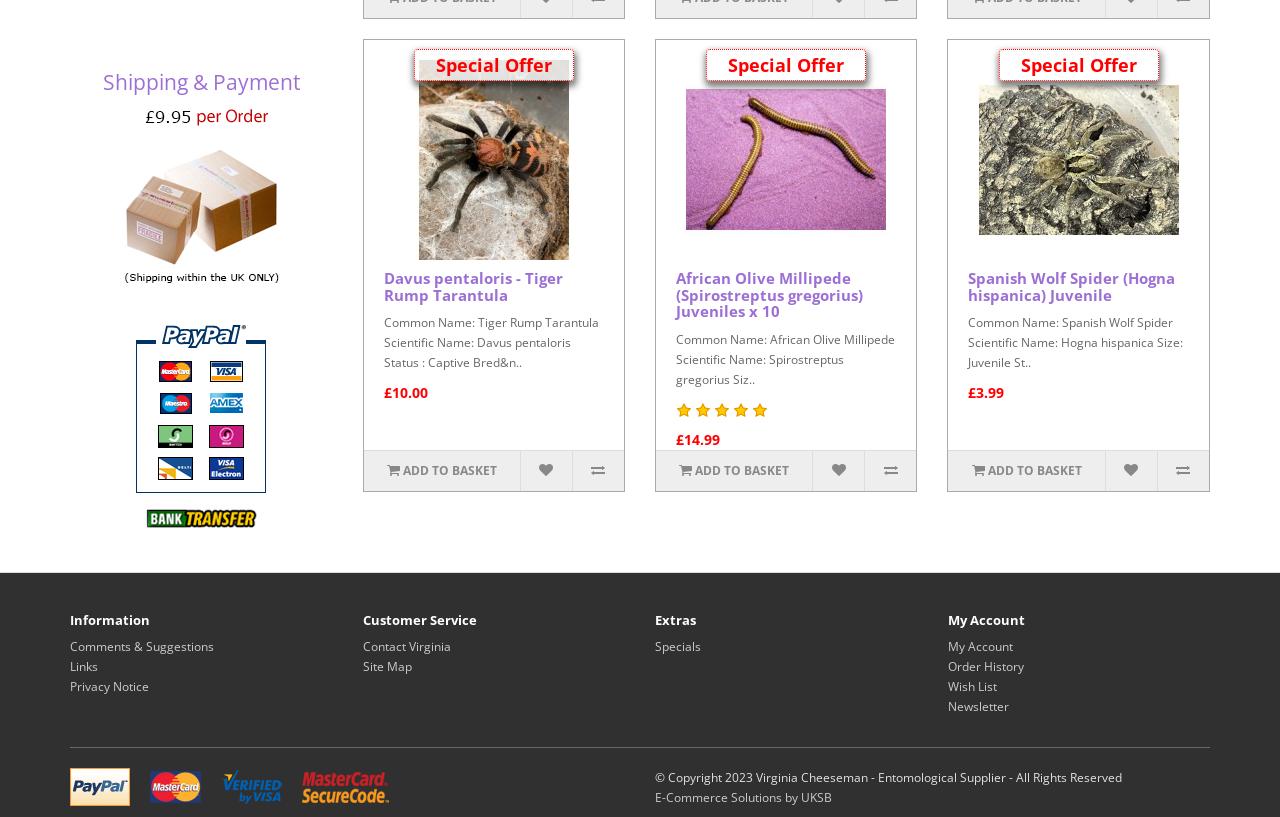 The width and height of the screenshot is (1280, 817). What do you see at coordinates (678, 646) in the screenshot?
I see `'Specials'` at bounding box center [678, 646].